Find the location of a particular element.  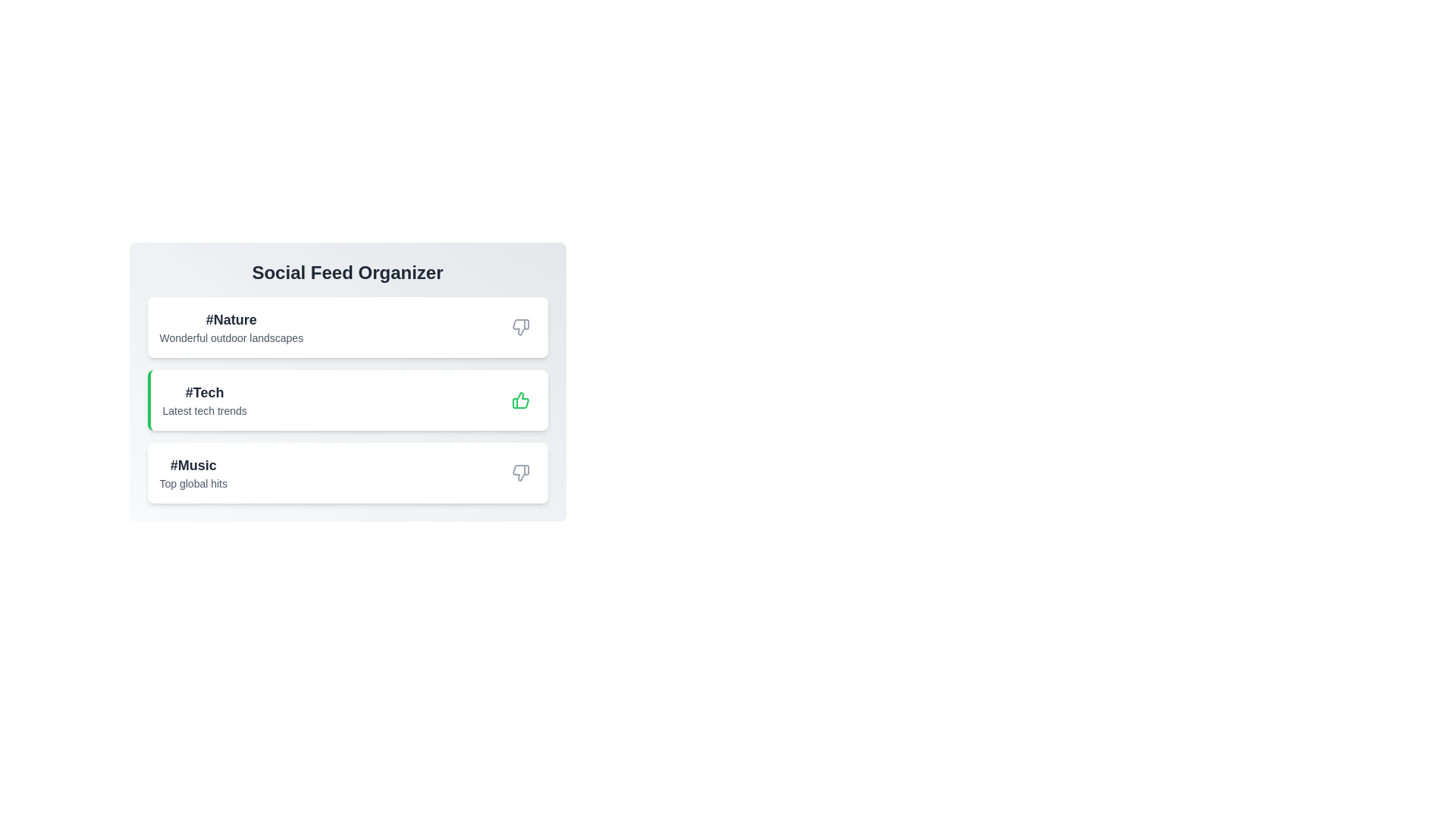

the text of the category description for Music is located at coordinates (193, 472).